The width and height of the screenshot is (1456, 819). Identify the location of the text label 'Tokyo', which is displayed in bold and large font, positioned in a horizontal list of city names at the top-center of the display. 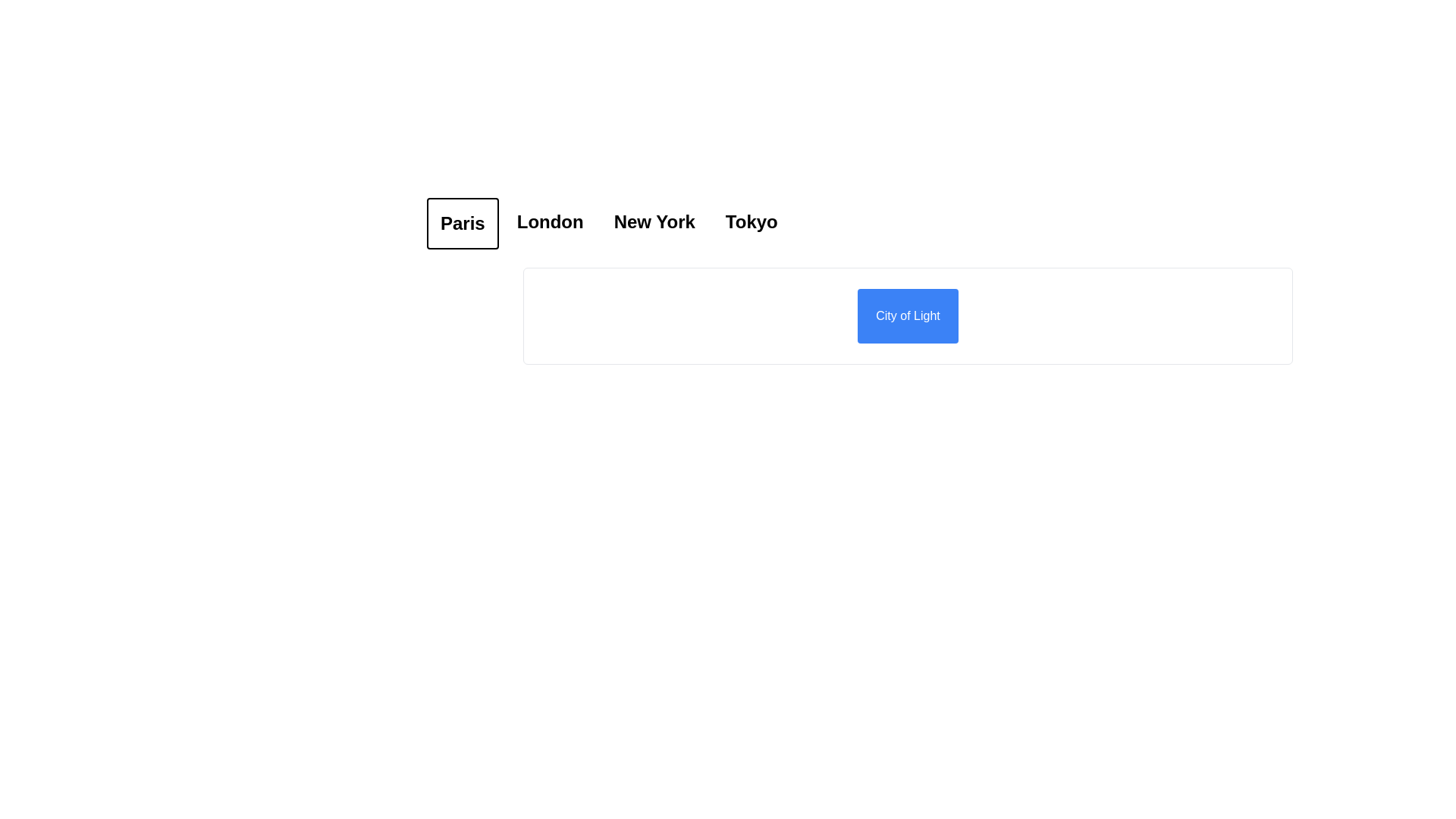
(752, 222).